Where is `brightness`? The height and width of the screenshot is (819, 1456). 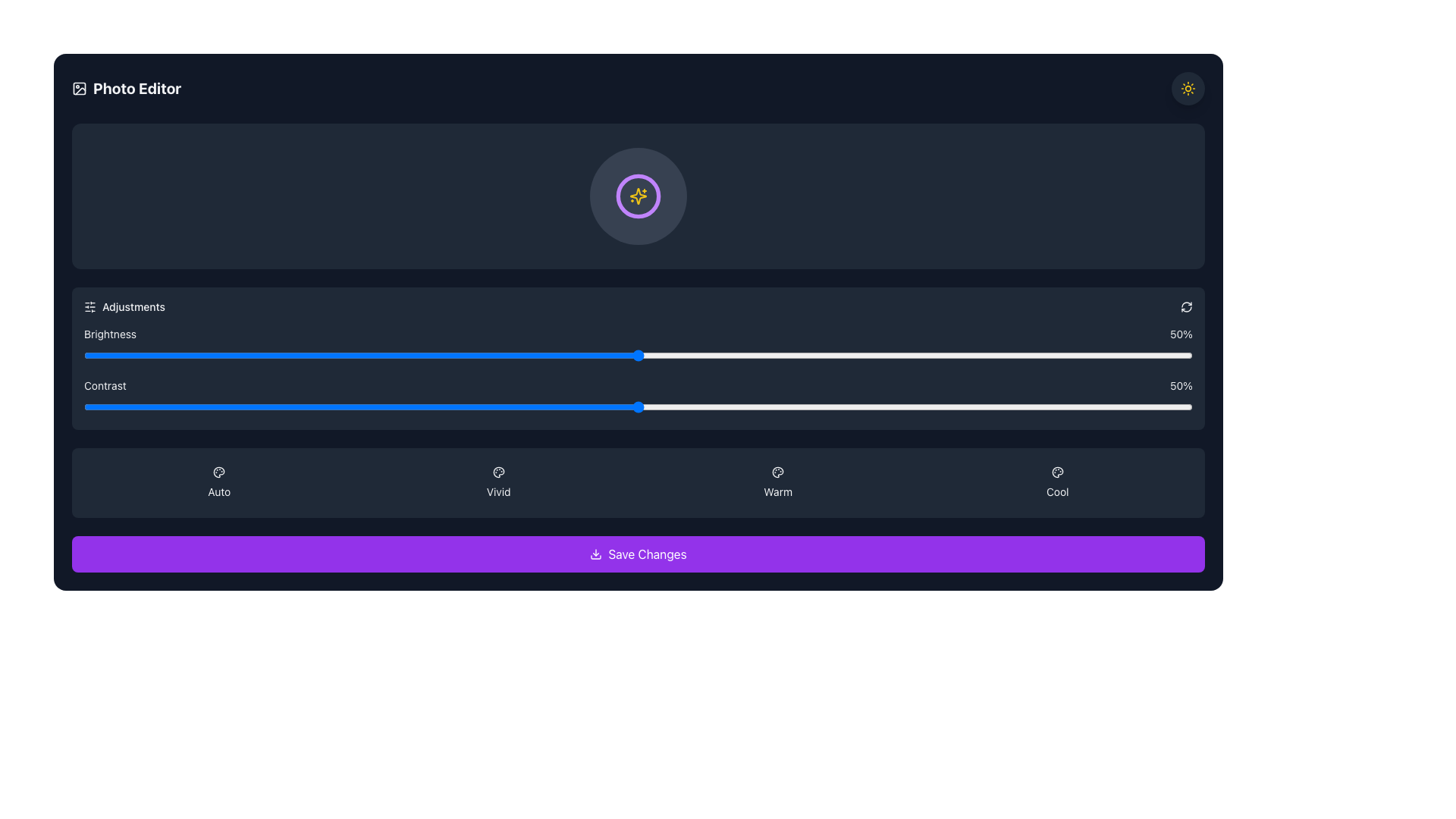 brightness is located at coordinates (616, 356).